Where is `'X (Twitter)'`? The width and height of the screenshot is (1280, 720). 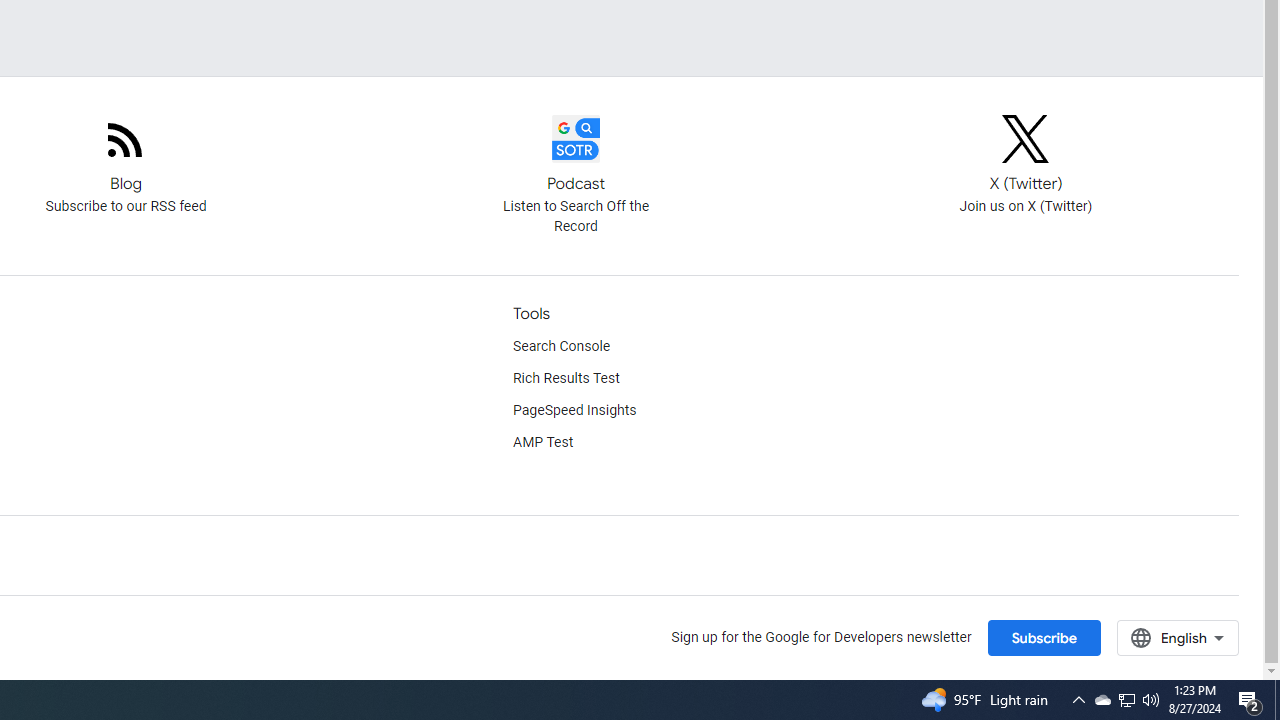 'X (Twitter)' is located at coordinates (1025, 137).